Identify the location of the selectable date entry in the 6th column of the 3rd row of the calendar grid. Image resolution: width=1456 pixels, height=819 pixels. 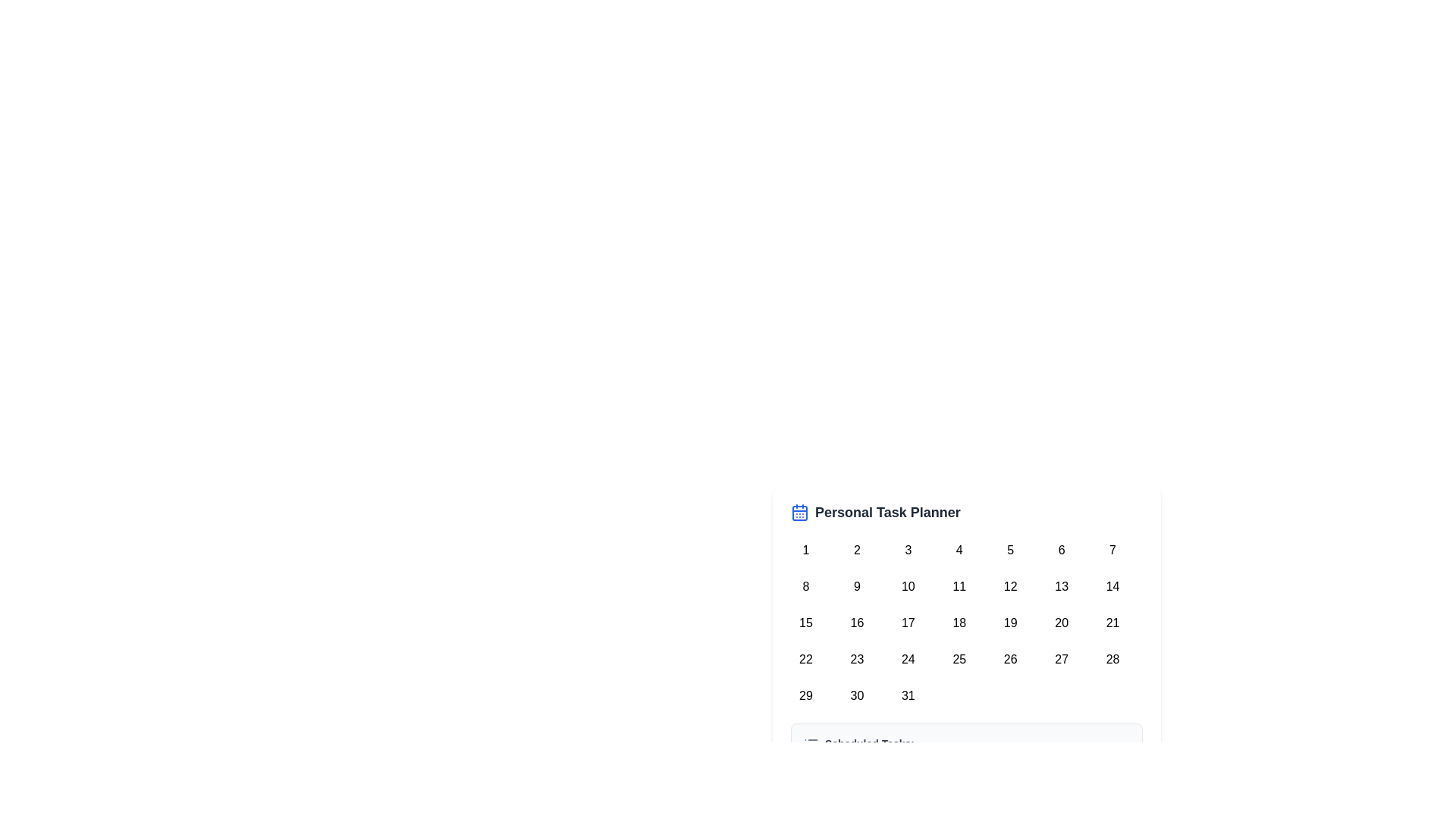
(1061, 623).